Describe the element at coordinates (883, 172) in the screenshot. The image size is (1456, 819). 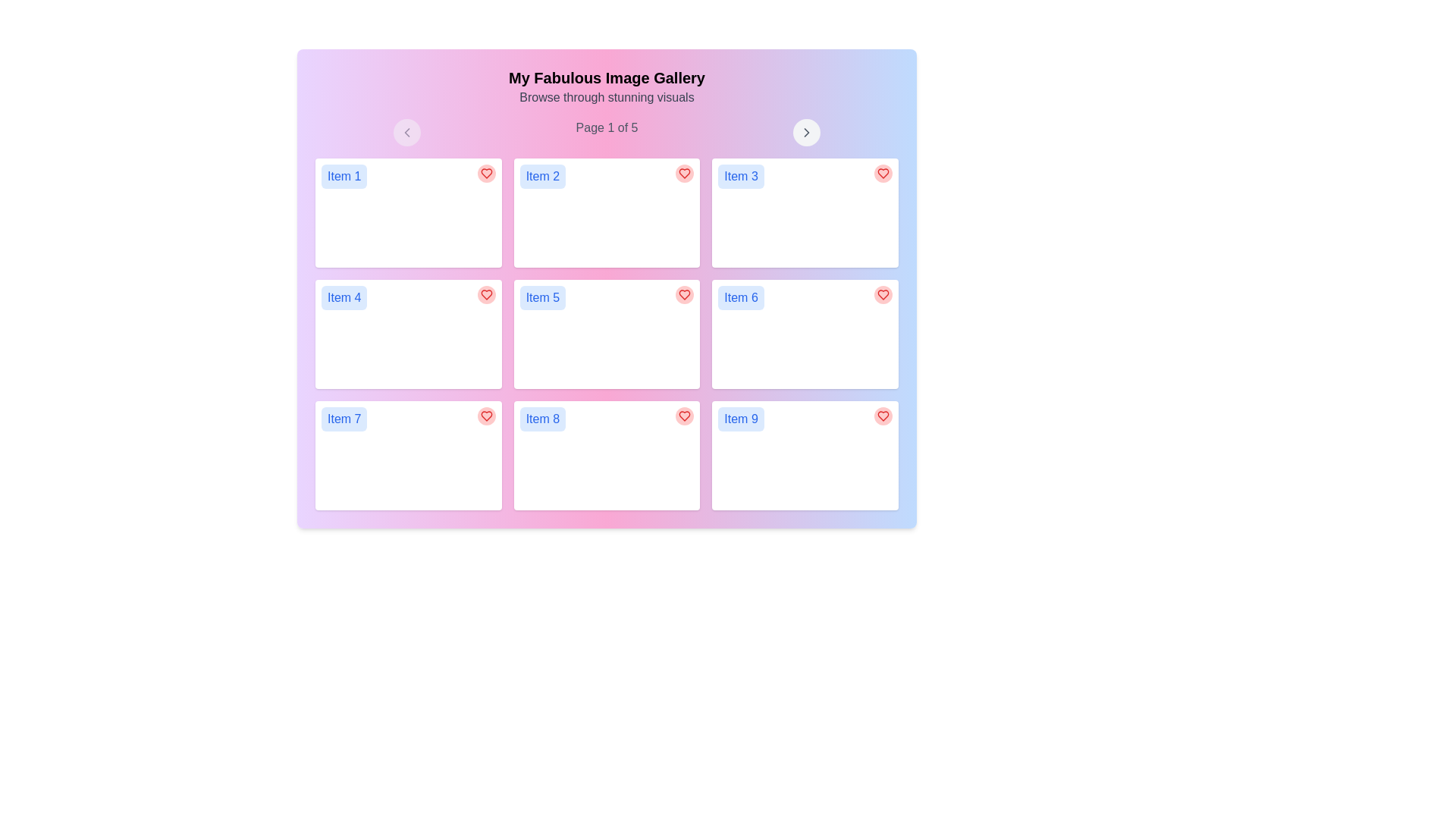
I see `the circular icon in the top-right corner of the 'Item 3' card` at that location.